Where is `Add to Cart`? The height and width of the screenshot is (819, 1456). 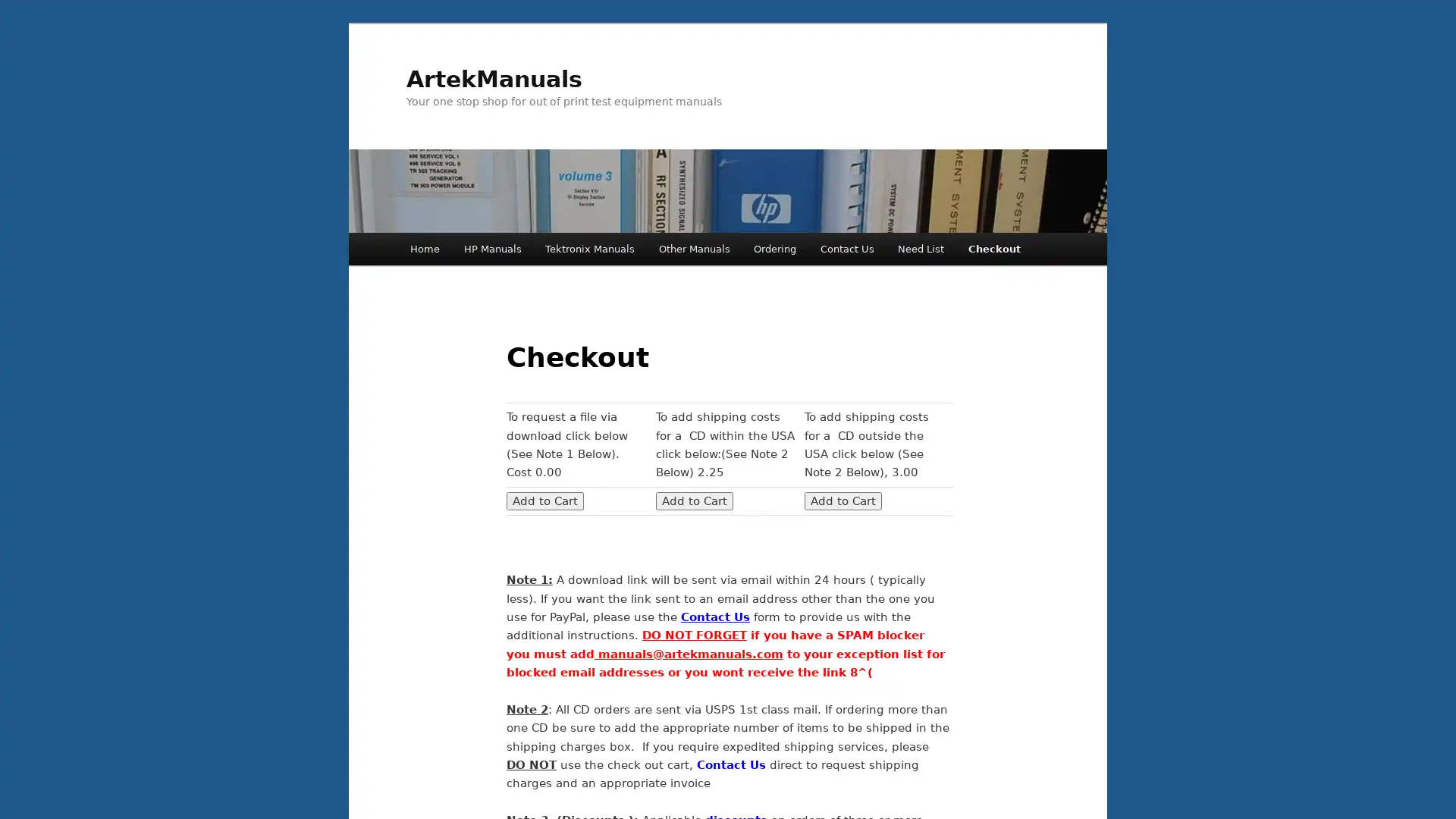
Add to Cart is located at coordinates (544, 500).